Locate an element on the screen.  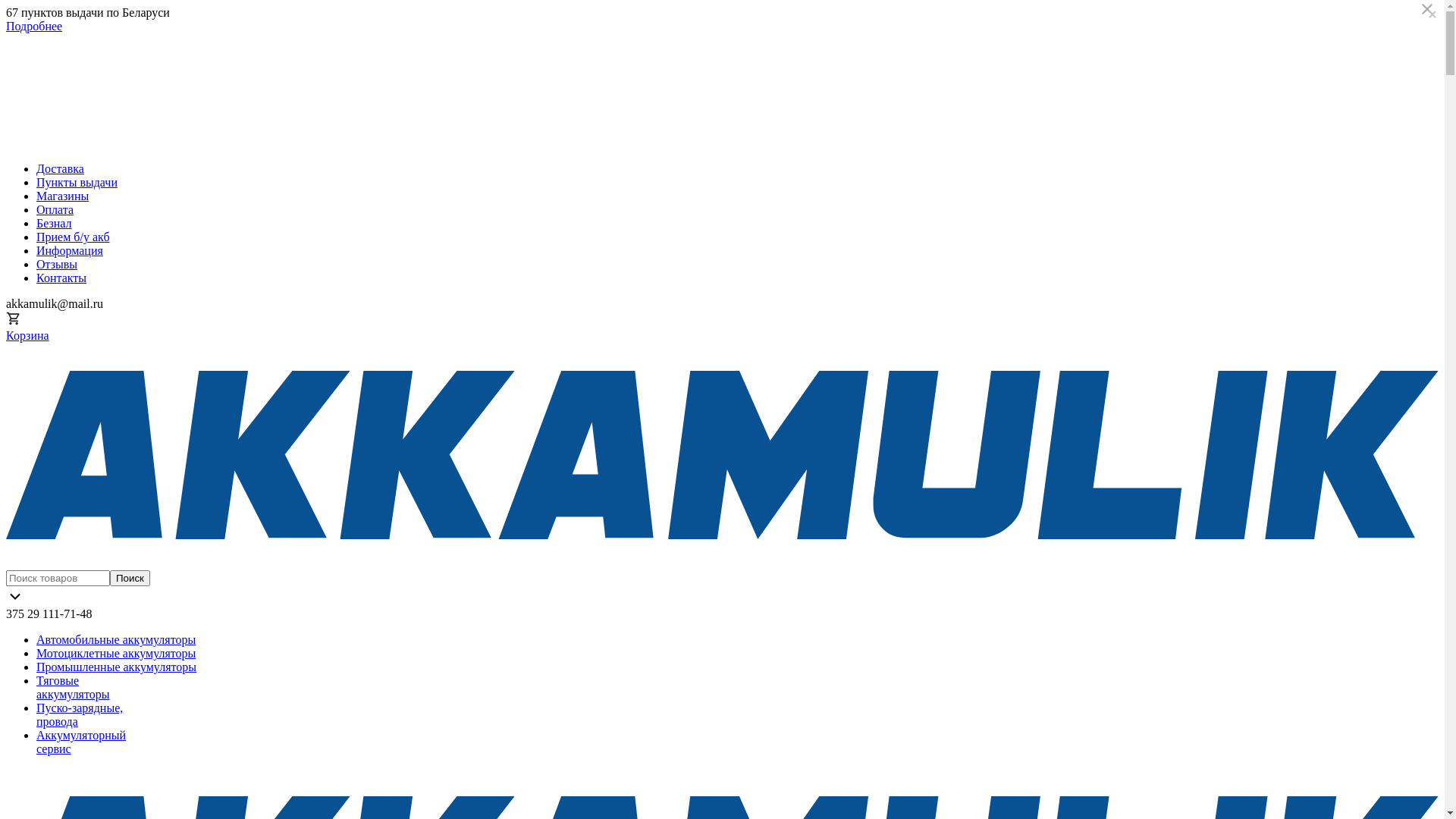
'375 29 111-71-48' is located at coordinates (49, 613).